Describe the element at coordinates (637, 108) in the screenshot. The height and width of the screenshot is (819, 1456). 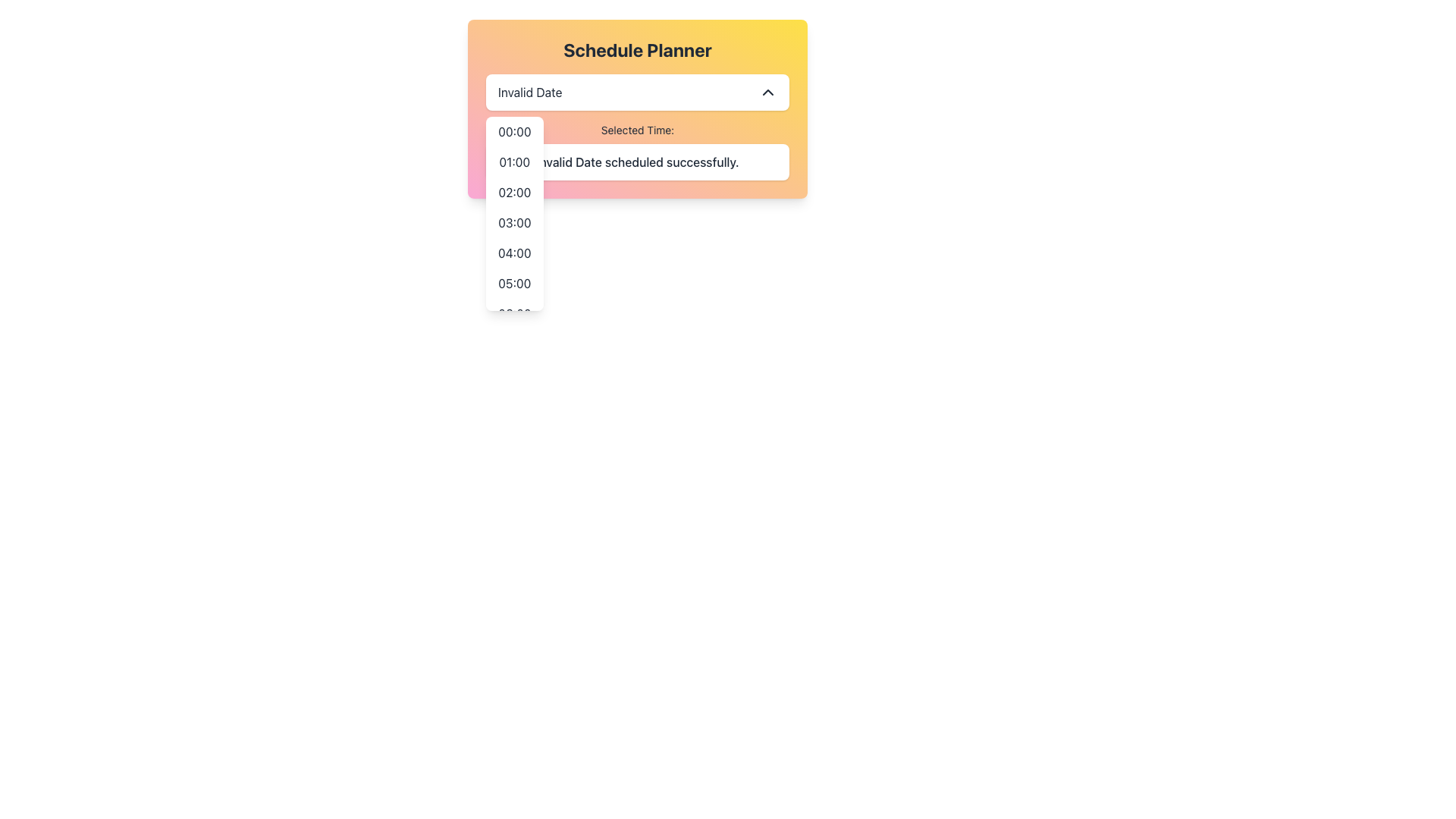
I see `a time from the Interactive time selection menu located below the title 'Schedule Planner' and above 'Selected Time:' by clicking on the dropdown menu` at that location.